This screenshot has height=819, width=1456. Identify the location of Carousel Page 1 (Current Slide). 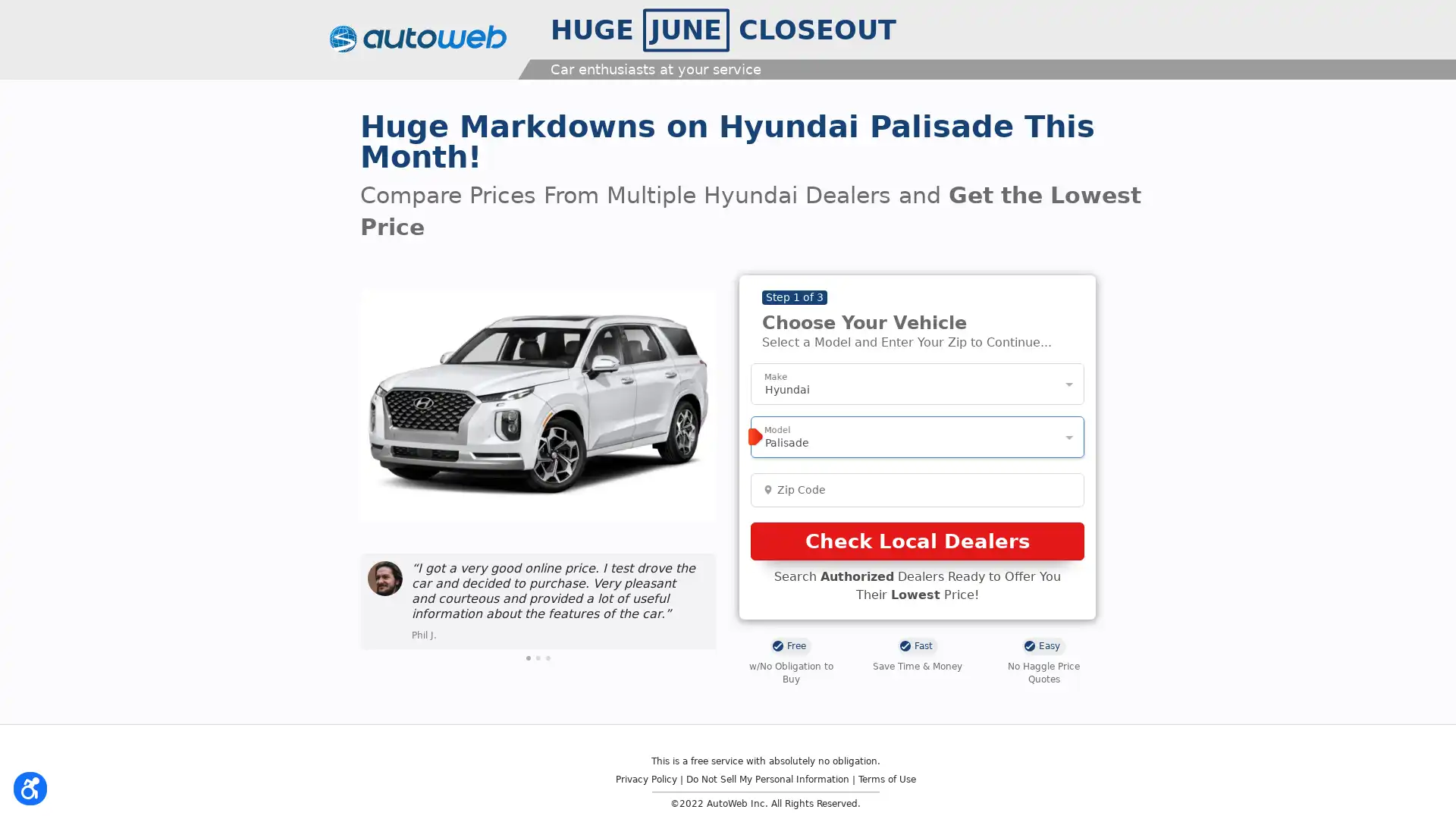
(528, 657).